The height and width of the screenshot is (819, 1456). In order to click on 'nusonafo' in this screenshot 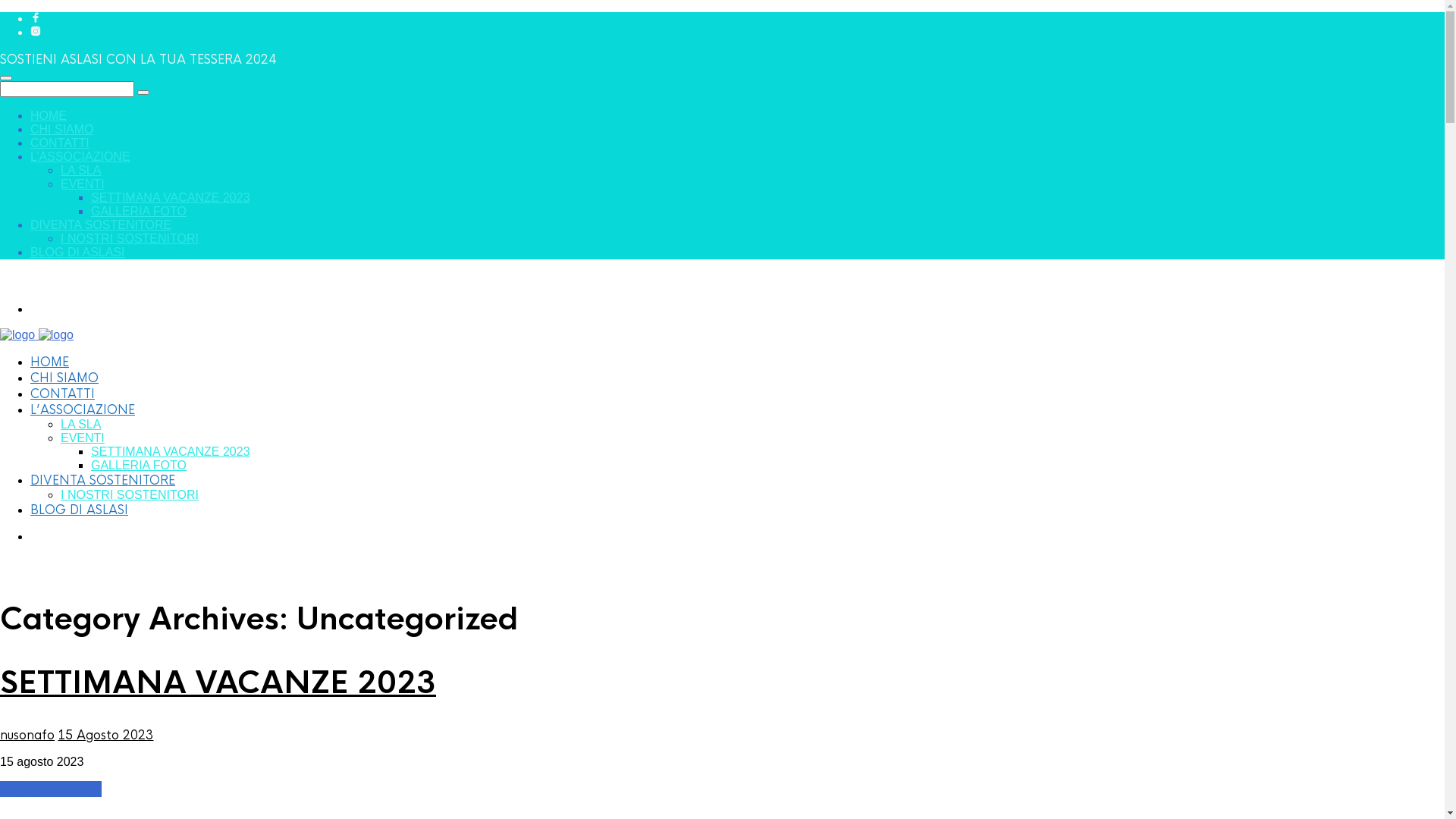, I will do `click(27, 734)`.